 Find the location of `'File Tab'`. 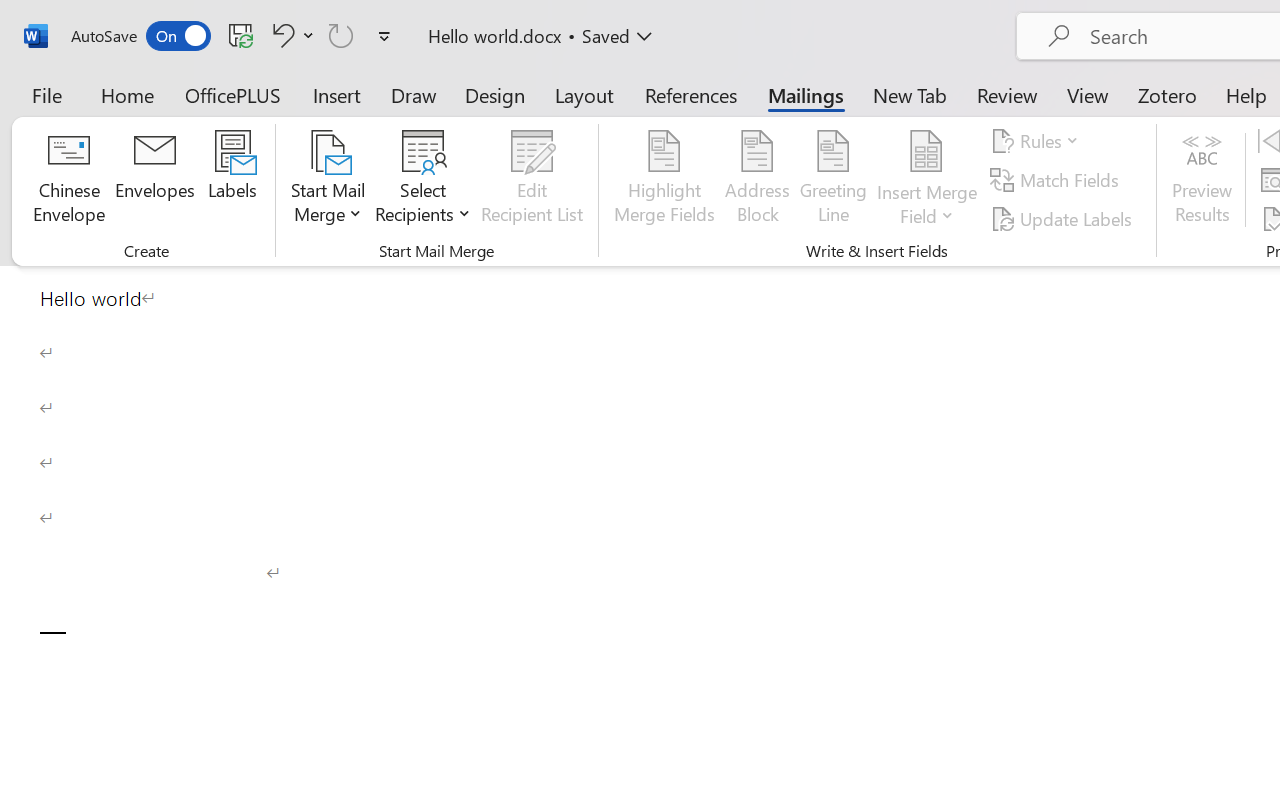

'File Tab' is located at coordinates (46, 94).